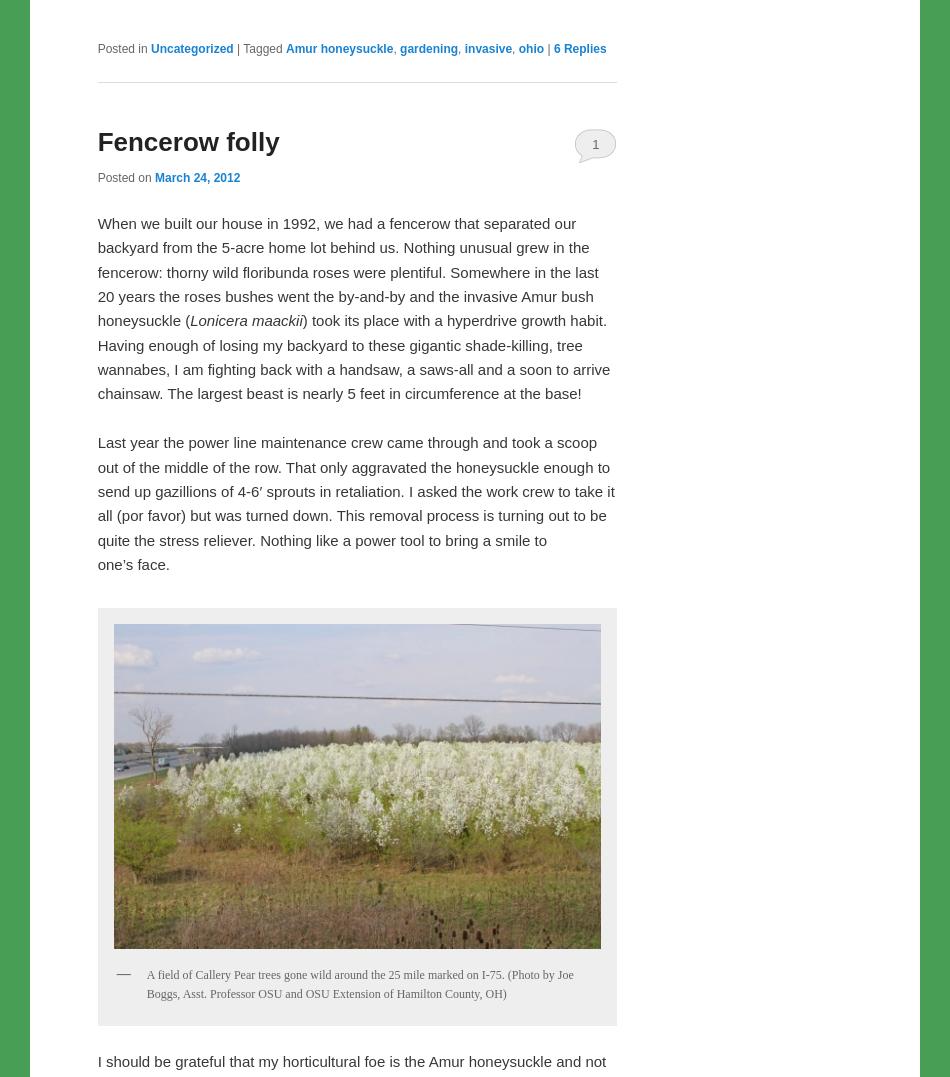  What do you see at coordinates (121, 48) in the screenshot?
I see `'Posted in'` at bounding box center [121, 48].